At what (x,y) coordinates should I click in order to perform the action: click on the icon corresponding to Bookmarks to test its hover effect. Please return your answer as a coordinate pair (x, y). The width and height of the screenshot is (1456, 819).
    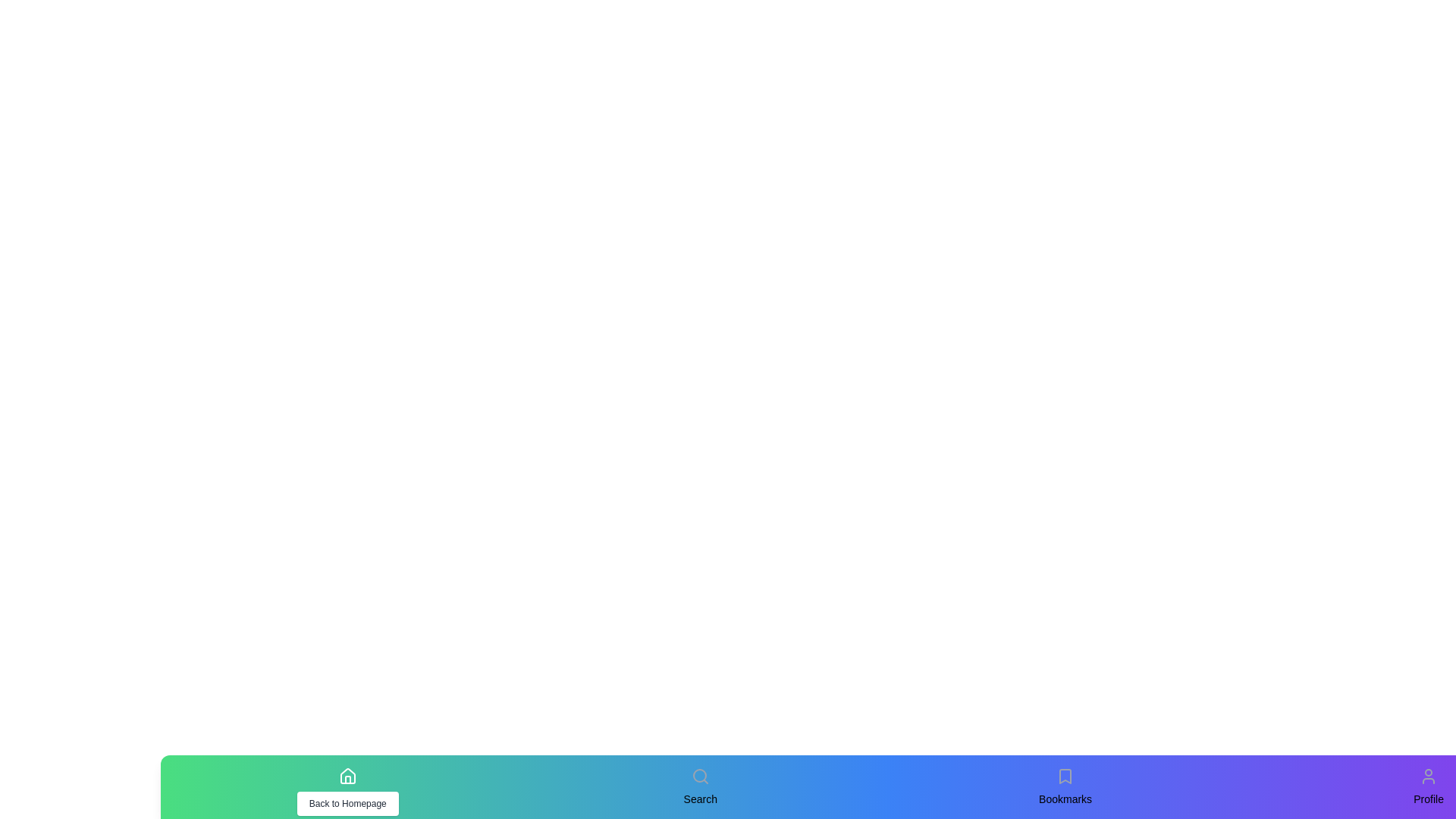
    Looking at the image, I should click on (1065, 776).